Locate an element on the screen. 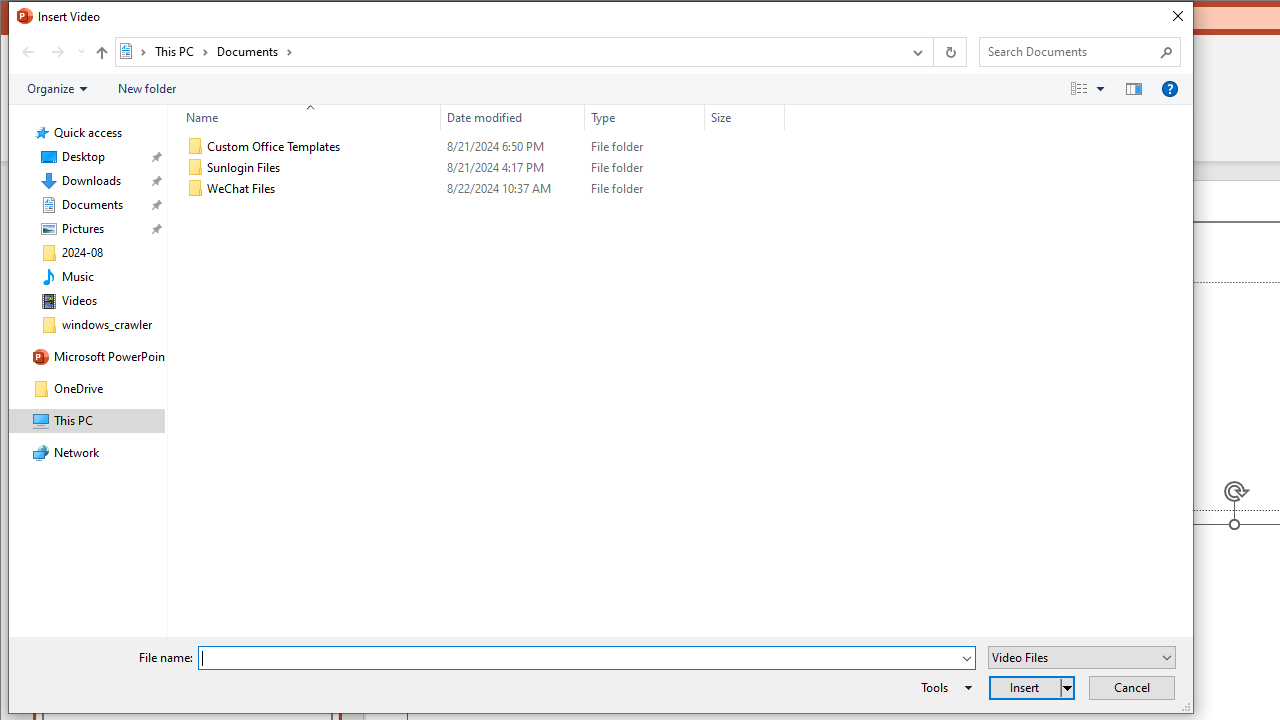 The height and width of the screenshot is (720, 1280). 'Custom Office Templates' is located at coordinates (481, 145).